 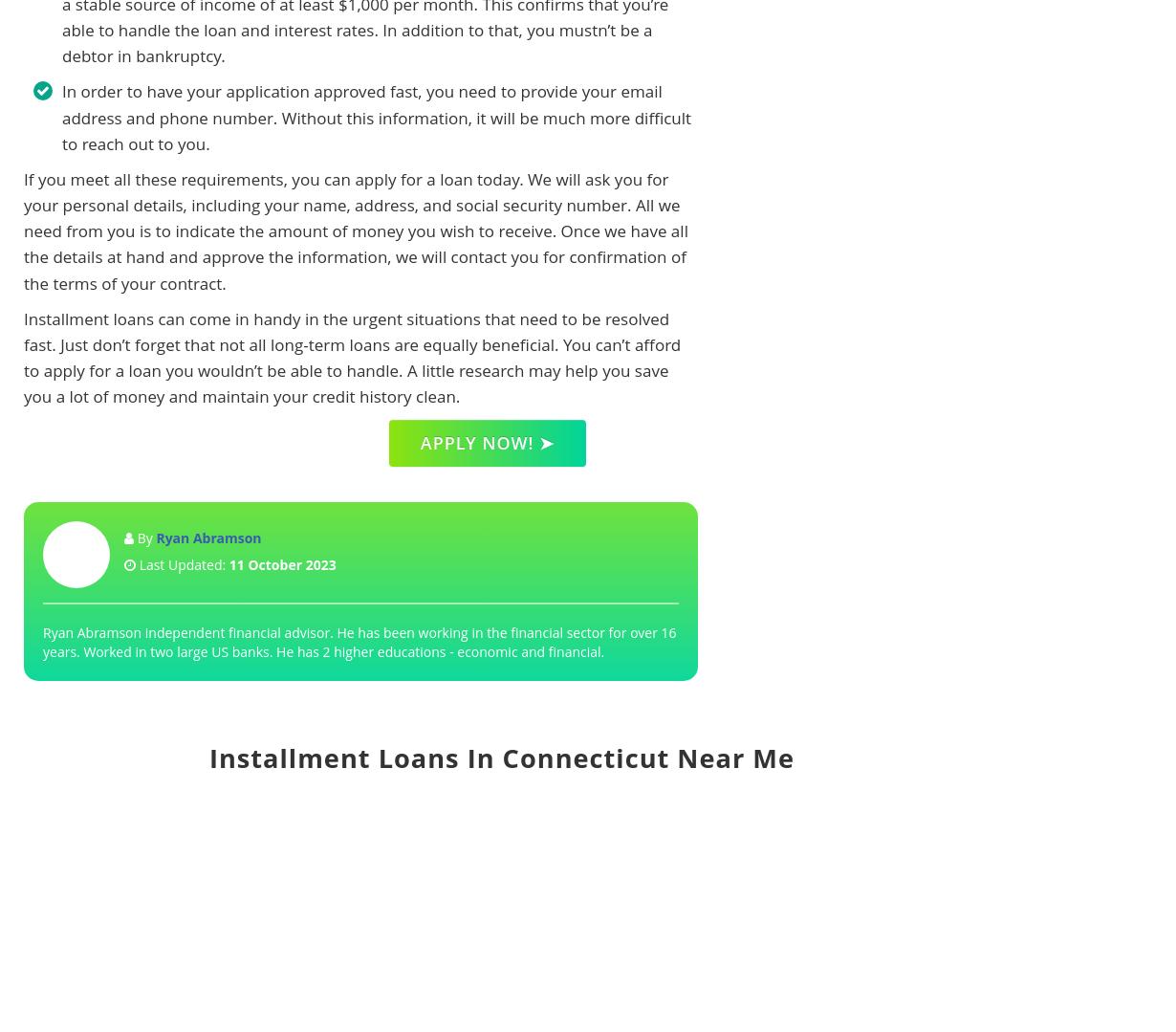 I want to click on 'Last Updated:', so click(x=182, y=564).